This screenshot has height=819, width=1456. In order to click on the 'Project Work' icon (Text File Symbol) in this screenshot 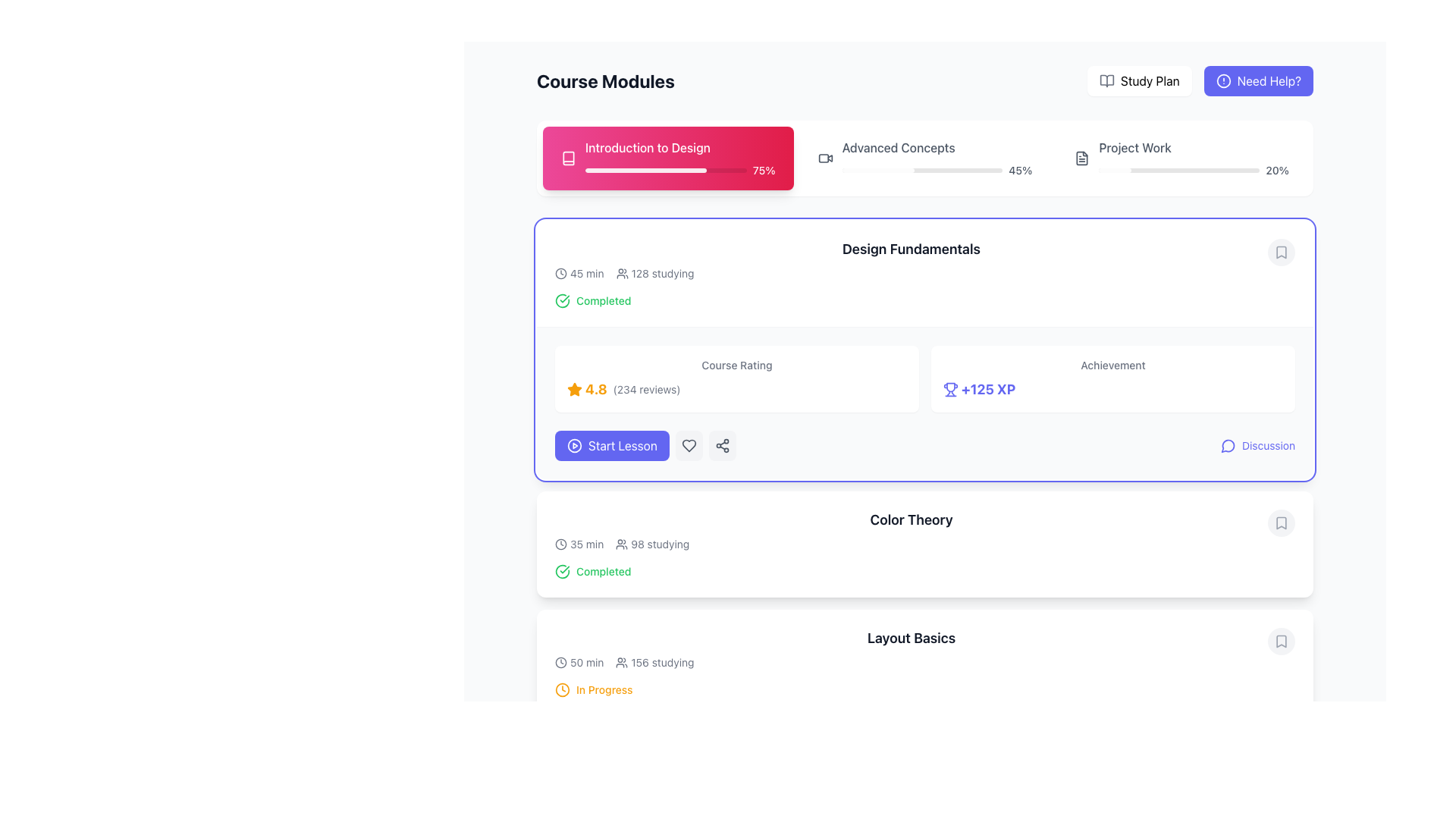, I will do `click(1081, 158)`.